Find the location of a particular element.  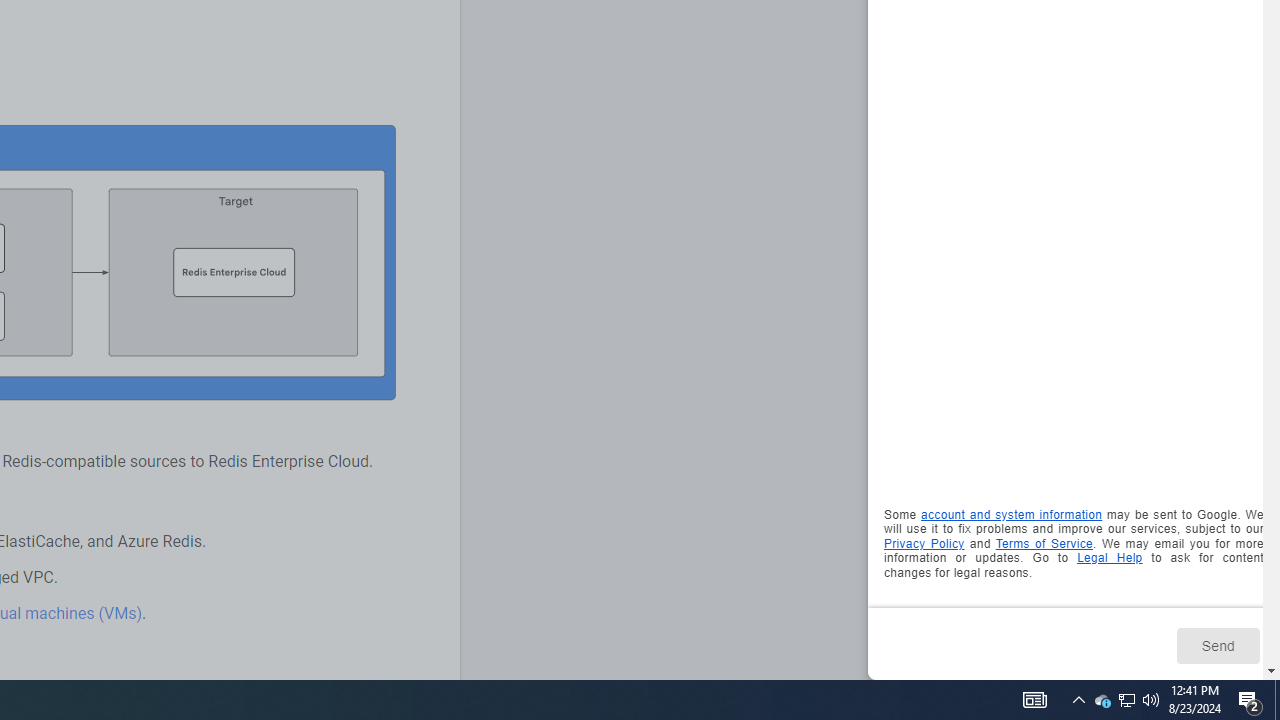

'Opens in a new tab. Privacy Policy' is located at coordinates (923, 543).